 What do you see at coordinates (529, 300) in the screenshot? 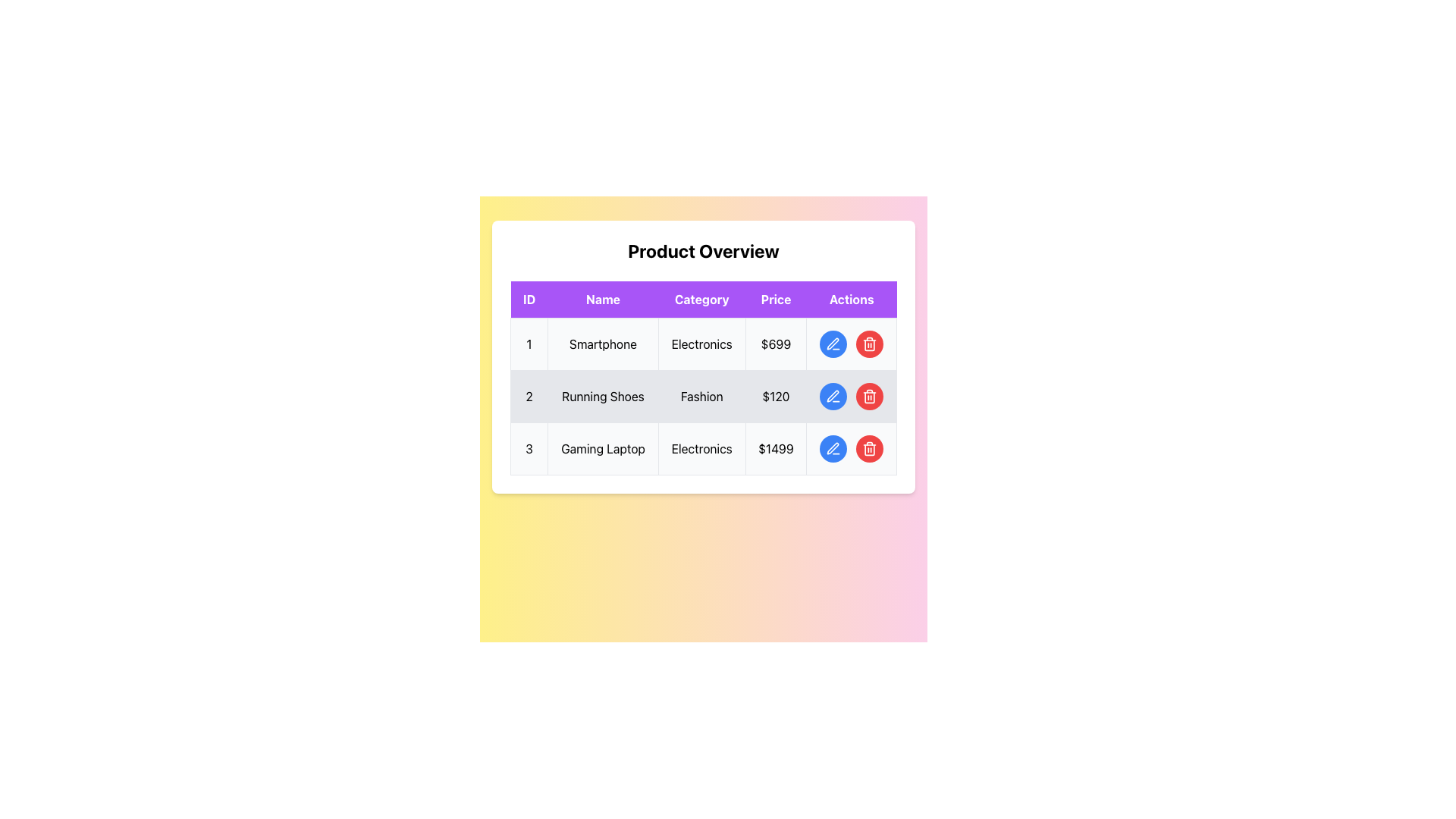
I see `the 'ID' column header cell in the table, which is the first cell in the header row, positioned at the top-left corner of the table` at bounding box center [529, 300].